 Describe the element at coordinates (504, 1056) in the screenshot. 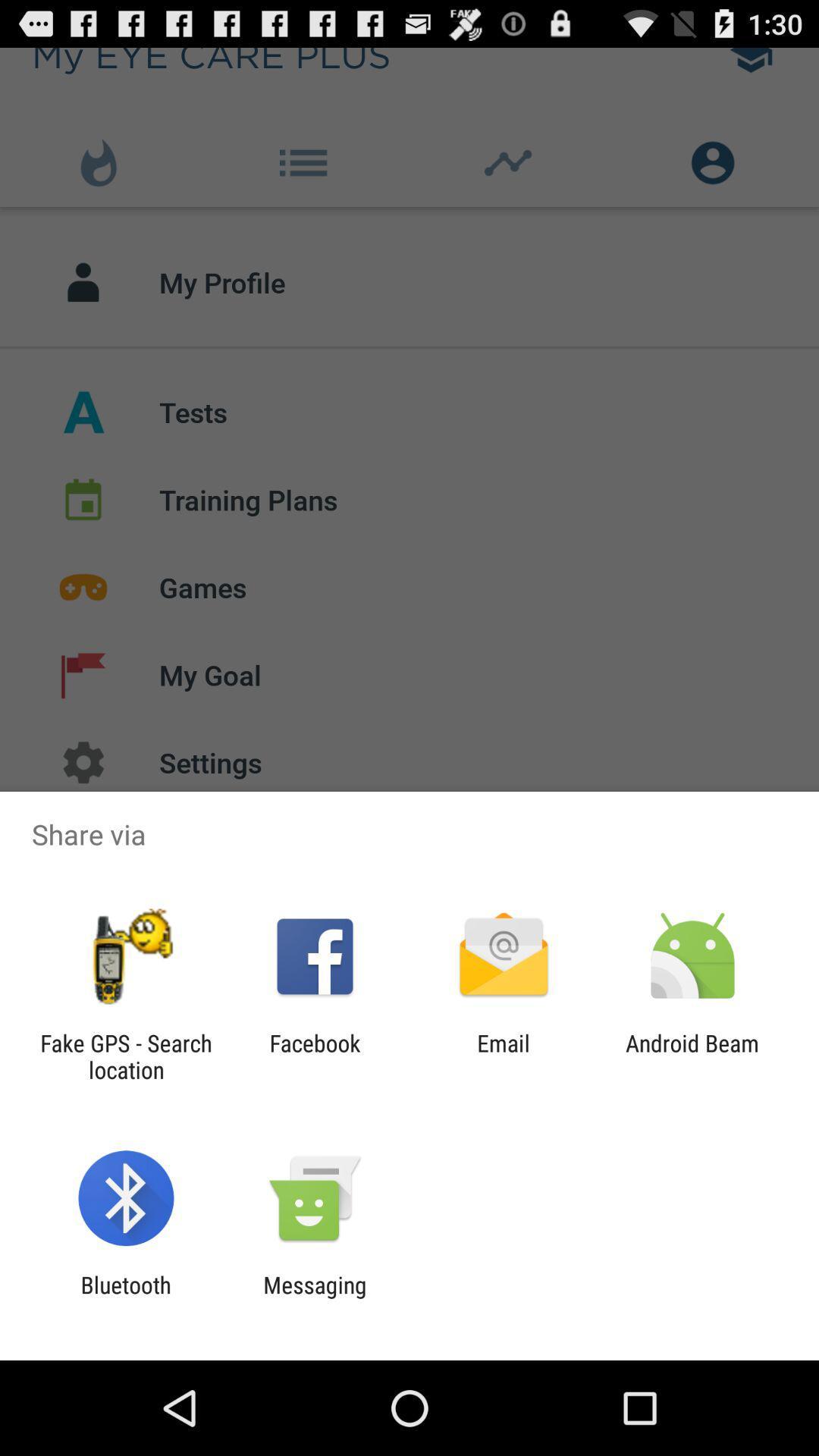

I see `item to the right of the facebook` at that location.